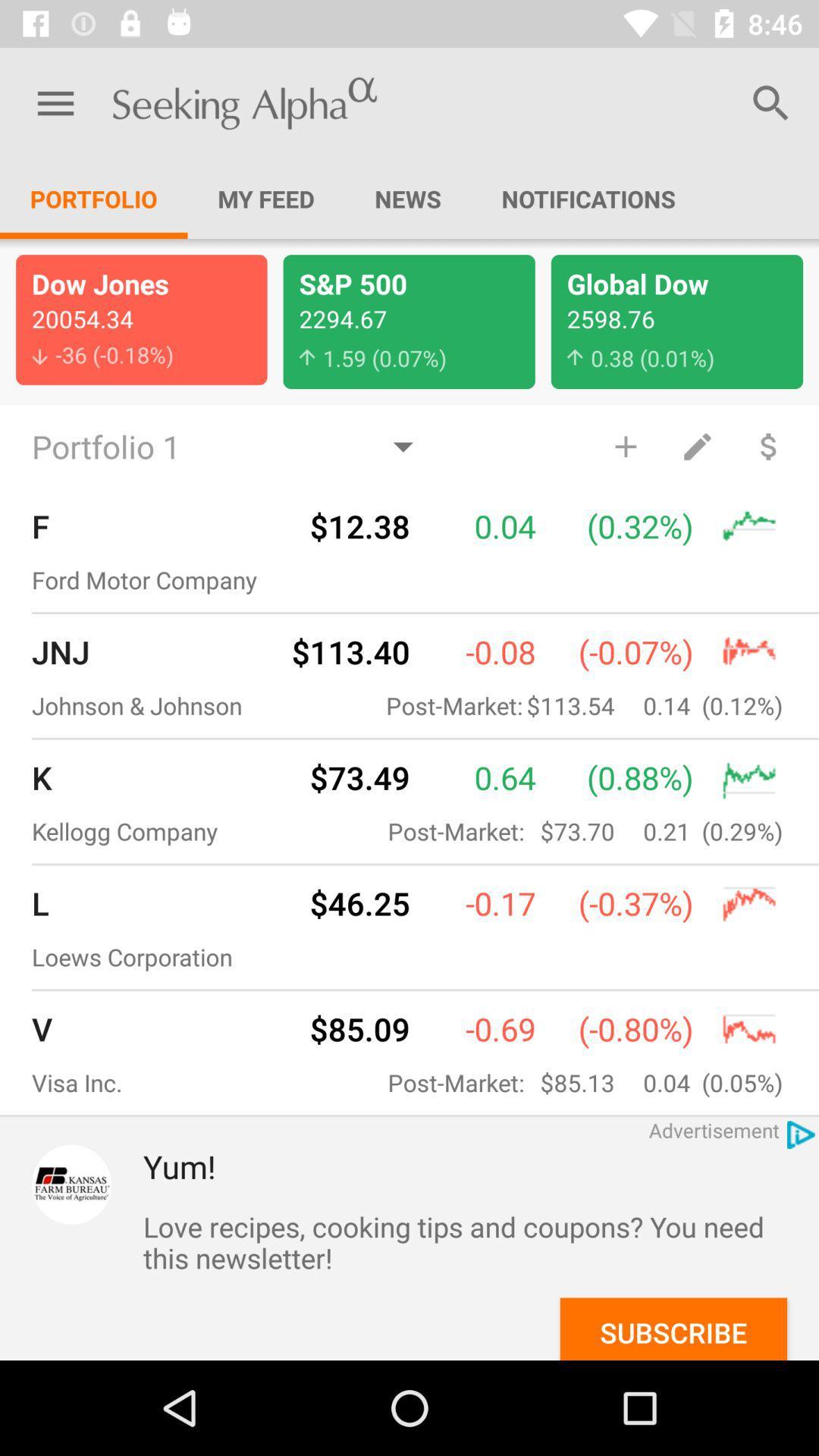  I want to click on icon above the love recipes cooking, so click(481, 1166).